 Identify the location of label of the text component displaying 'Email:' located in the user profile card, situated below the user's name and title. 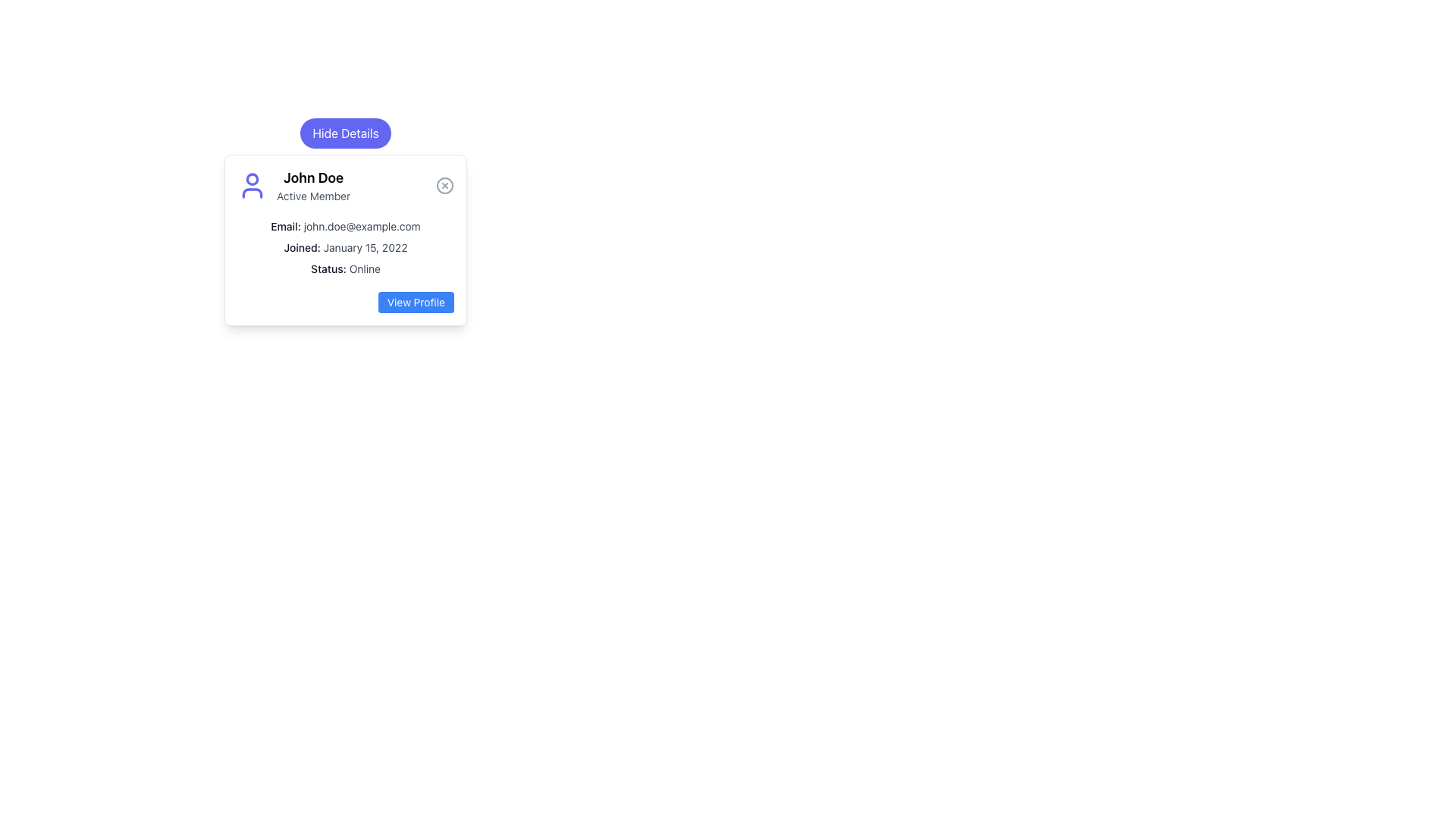
(286, 226).